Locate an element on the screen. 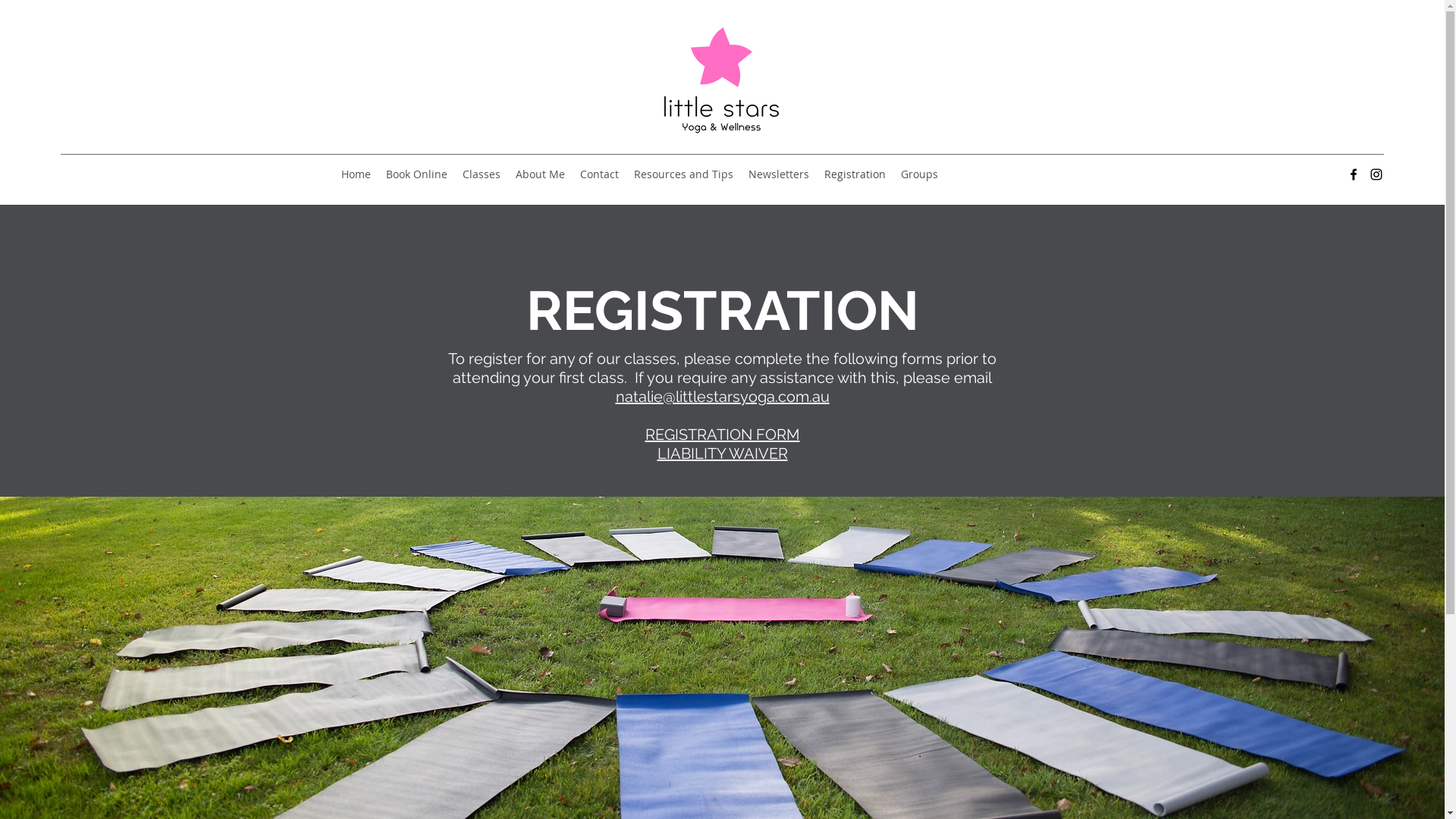 The image size is (1456, 819). 'natalie@littlestarsyoga.com.au' is located at coordinates (722, 396).